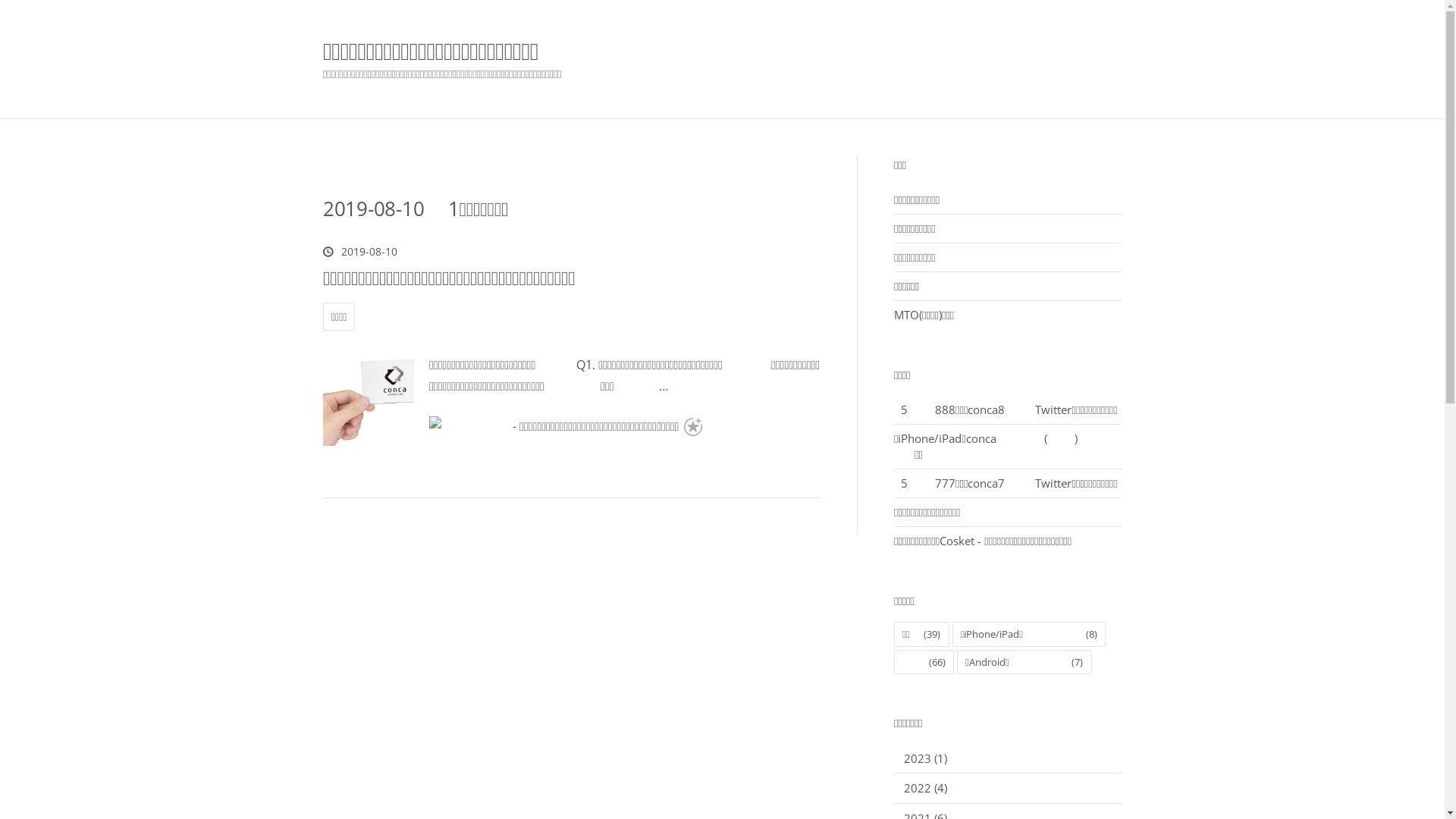  I want to click on '2019-08-10', so click(359, 250).